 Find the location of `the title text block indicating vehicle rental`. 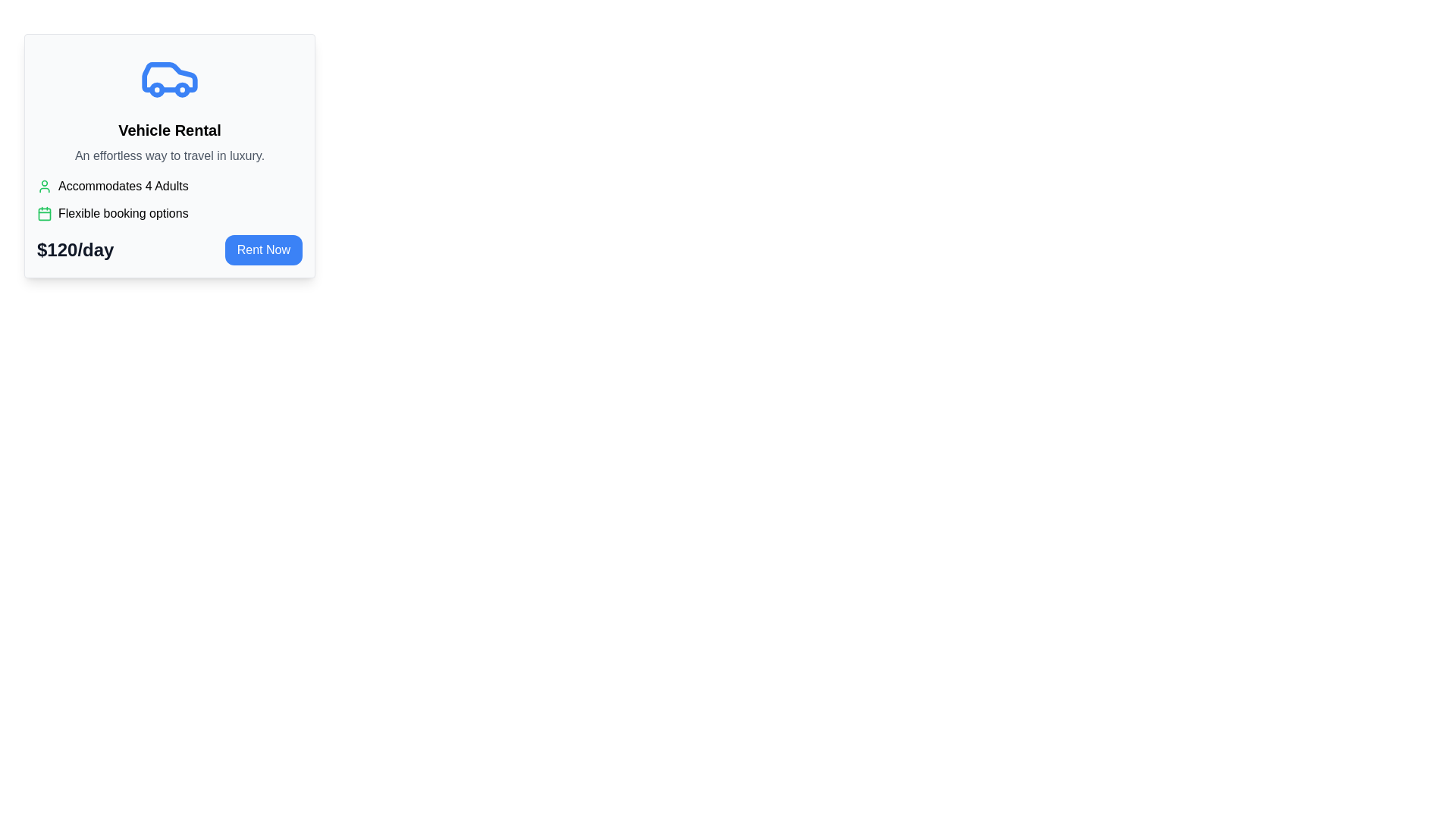

the title text block indicating vehicle rental is located at coordinates (170, 130).